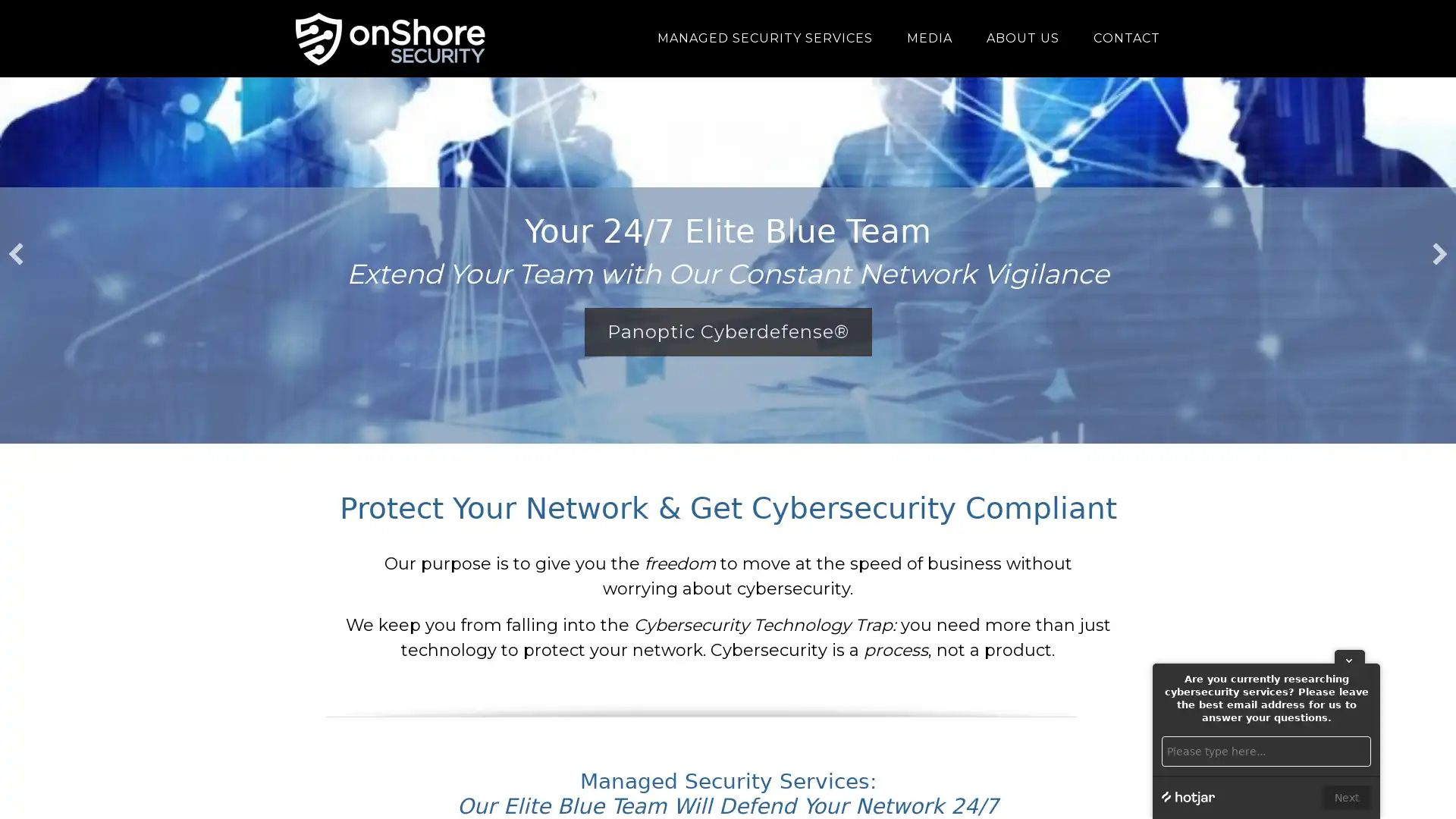 The image size is (1456, 819). What do you see at coordinates (1347, 797) in the screenshot?
I see `Next` at bounding box center [1347, 797].